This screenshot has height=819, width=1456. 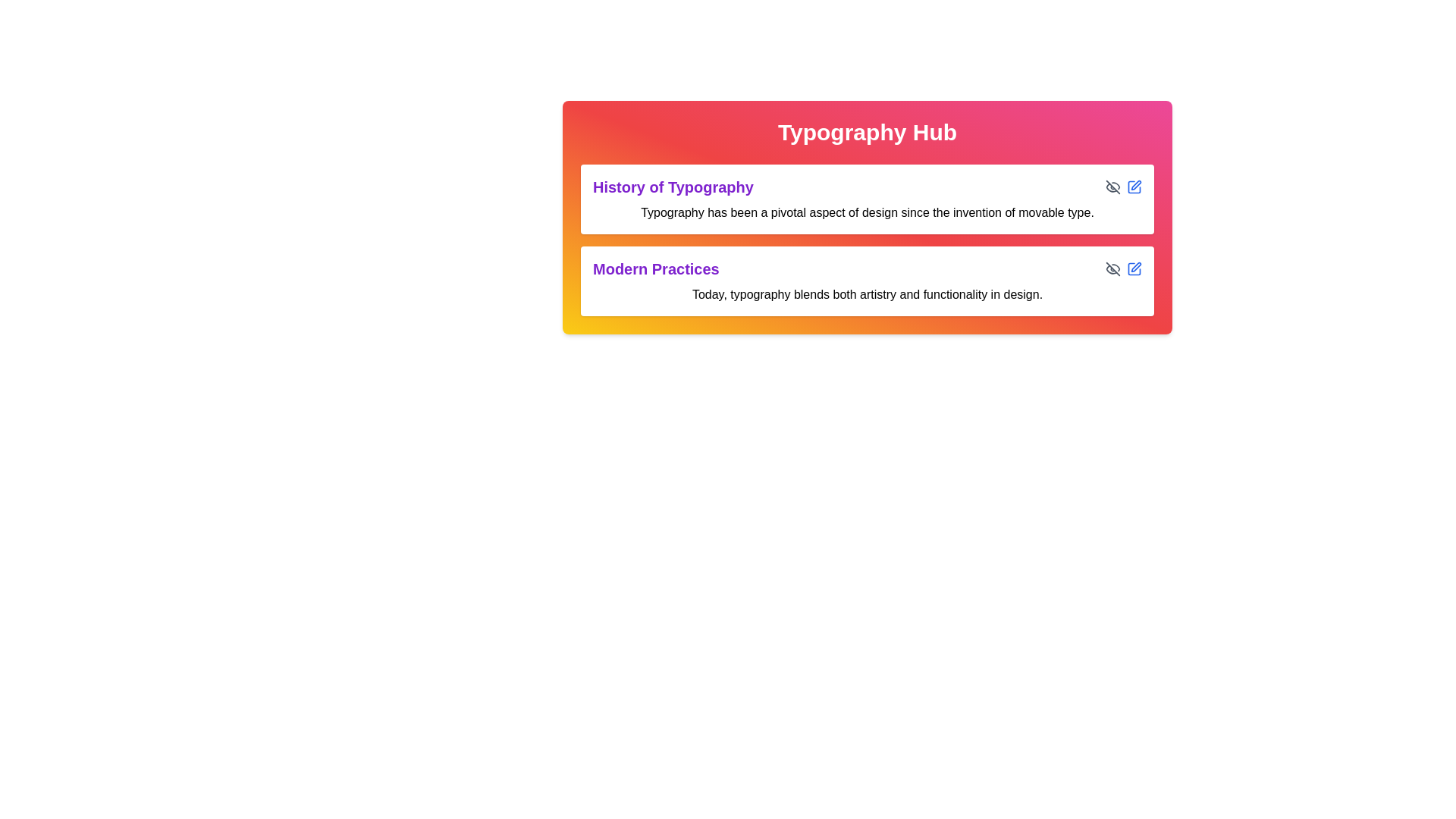 I want to click on the descriptive text element located under the heading 'Modern Practices' within the card-like structure with a gradient background, so click(x=867, y=295).